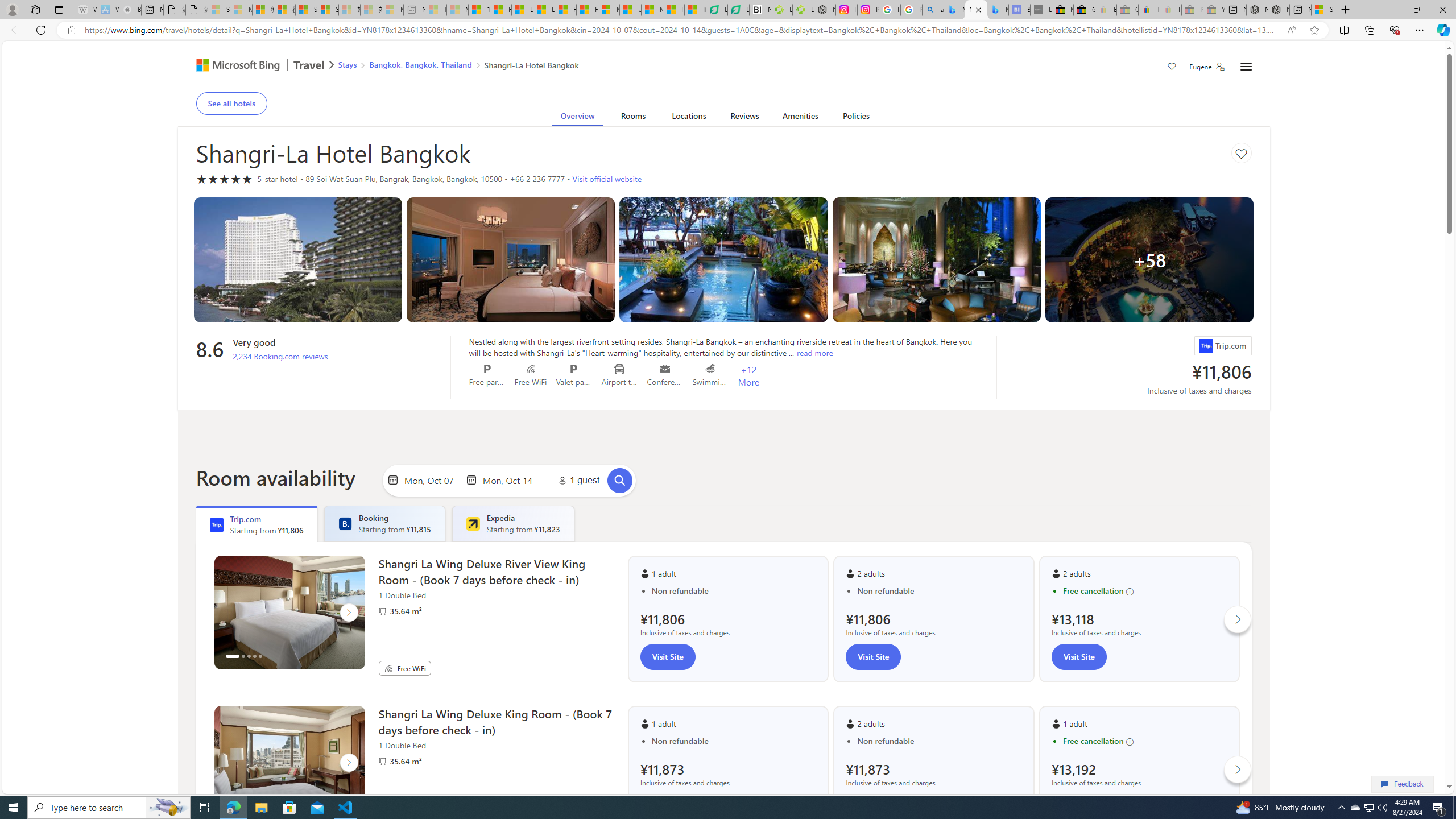 The width and height of the screenshot is (1456, 819). What do you see at coordinates (710, 368) in the screenshot?
I see `'Swimming pool'` at bounding box center [710, 368].